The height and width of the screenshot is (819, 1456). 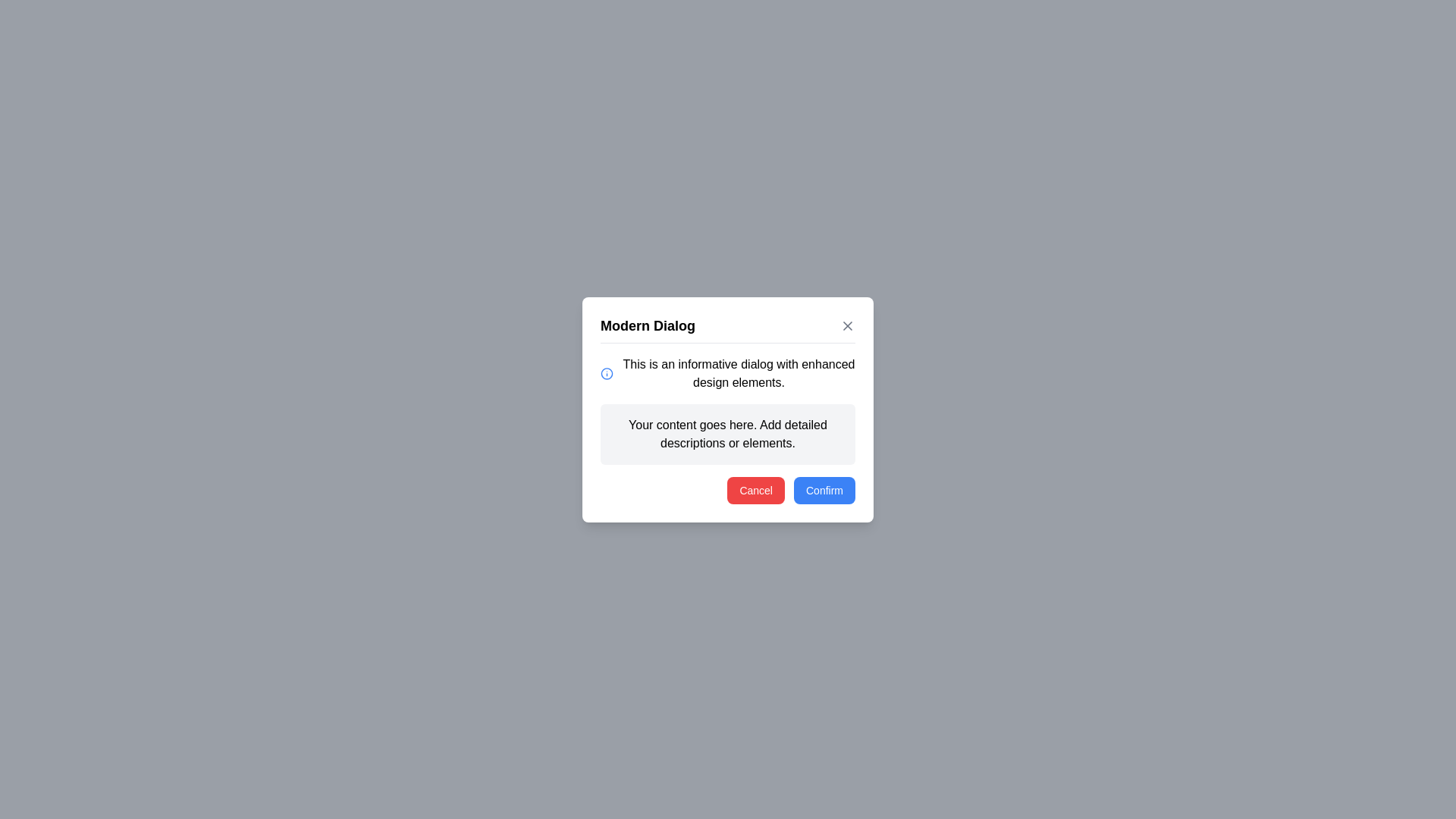 What do you see at coordinates (756, 490) in the screenshot?
I see `the red 'Cancel' button with rounded edges, located at the bottom left of the dialog` at bounding box center [756, 490].